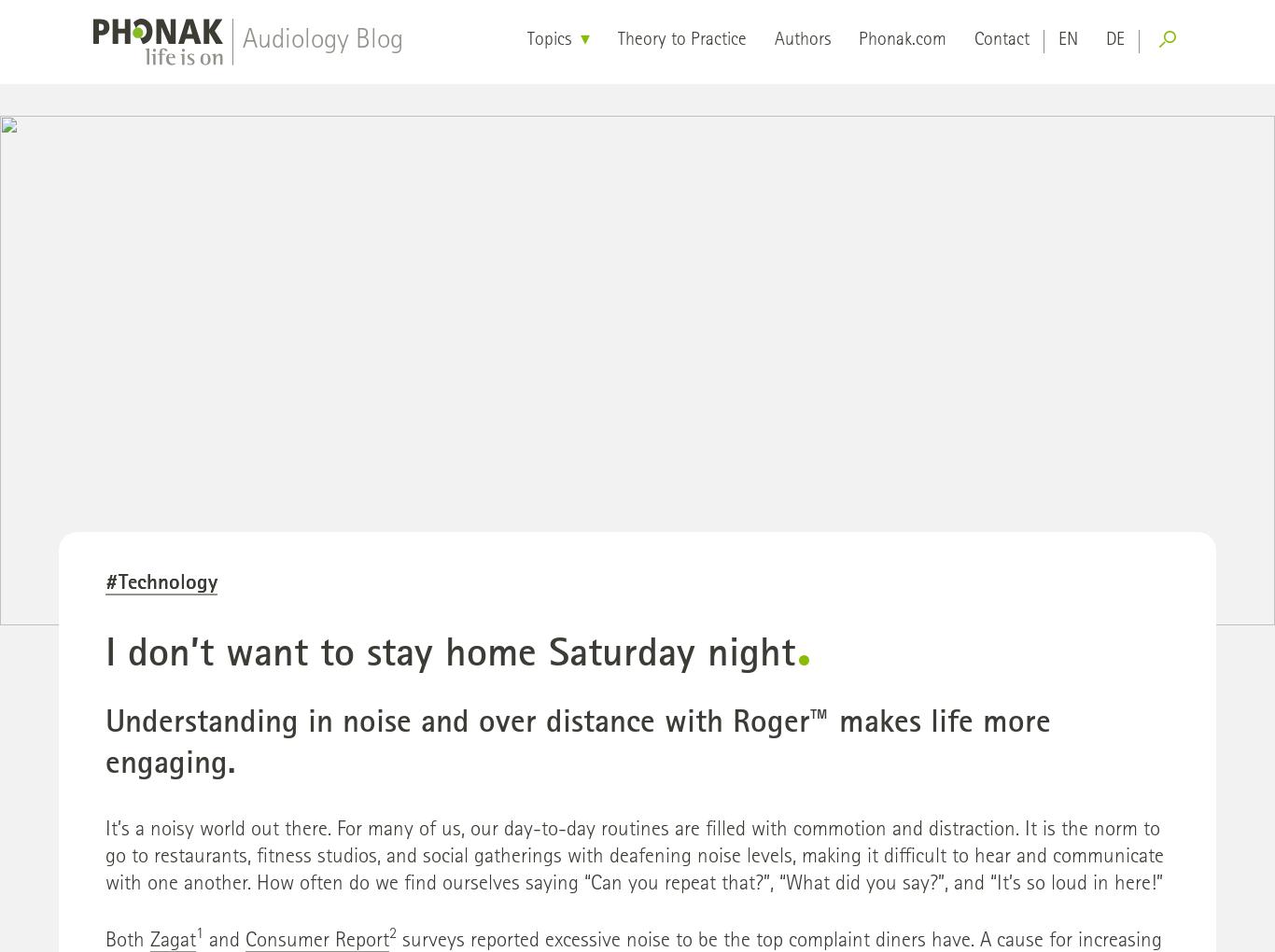  What do you see at coordinates (1001, 39) in the screenshot?
I see `'Contact'` at bounding box center [1001, 39].